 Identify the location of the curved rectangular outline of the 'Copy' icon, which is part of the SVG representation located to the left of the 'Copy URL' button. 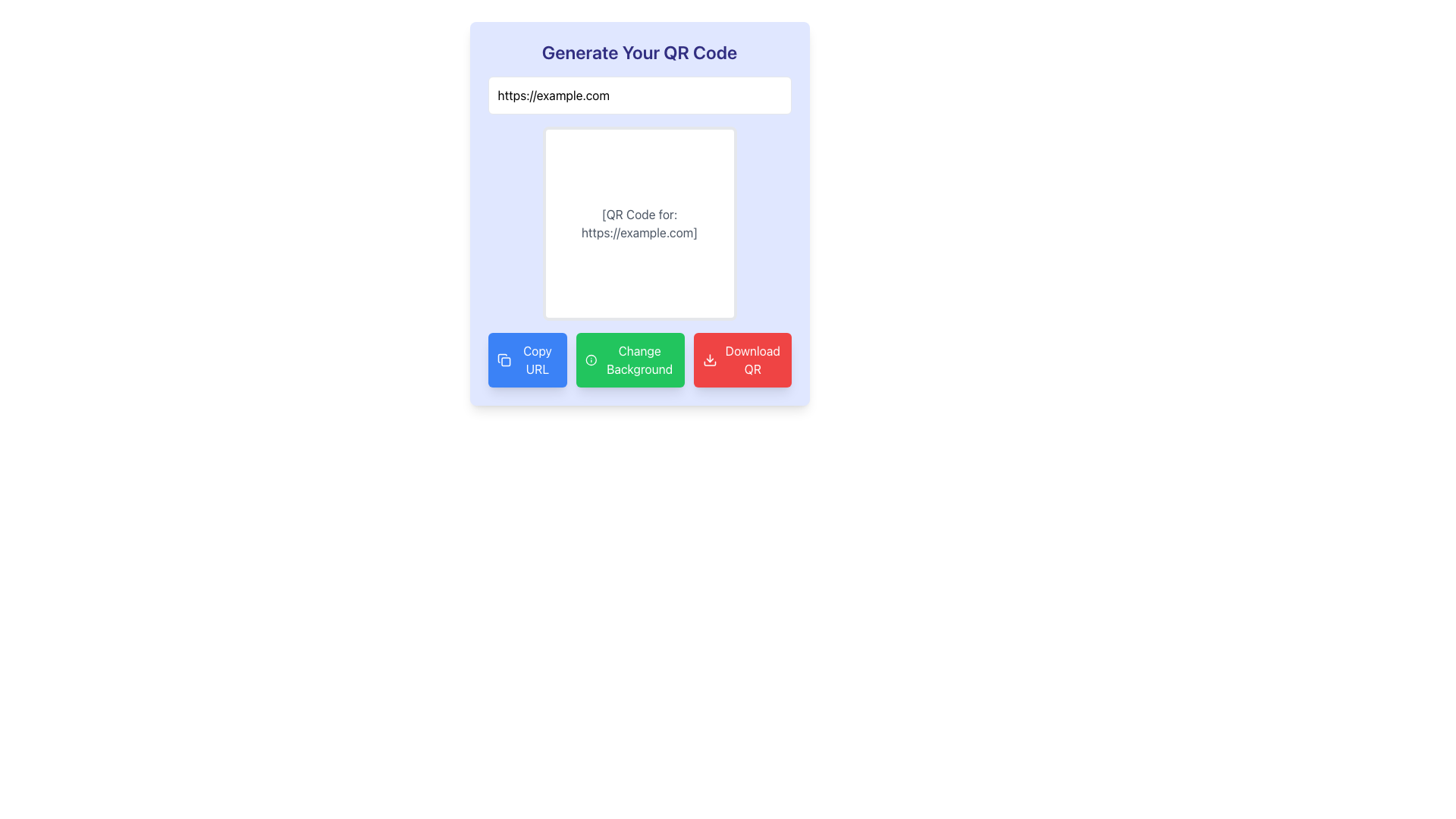
(502, 358).